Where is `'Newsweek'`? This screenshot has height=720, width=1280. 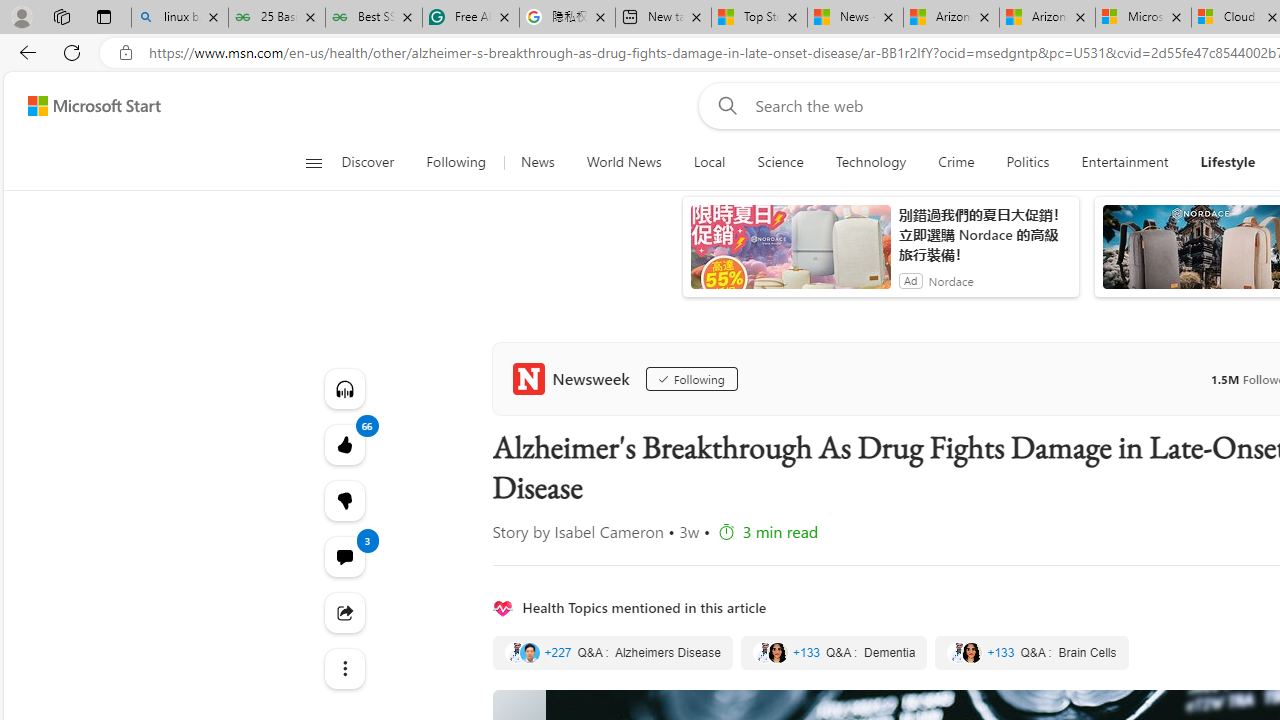 'Newsweek' is located at coordinates (573, 379).